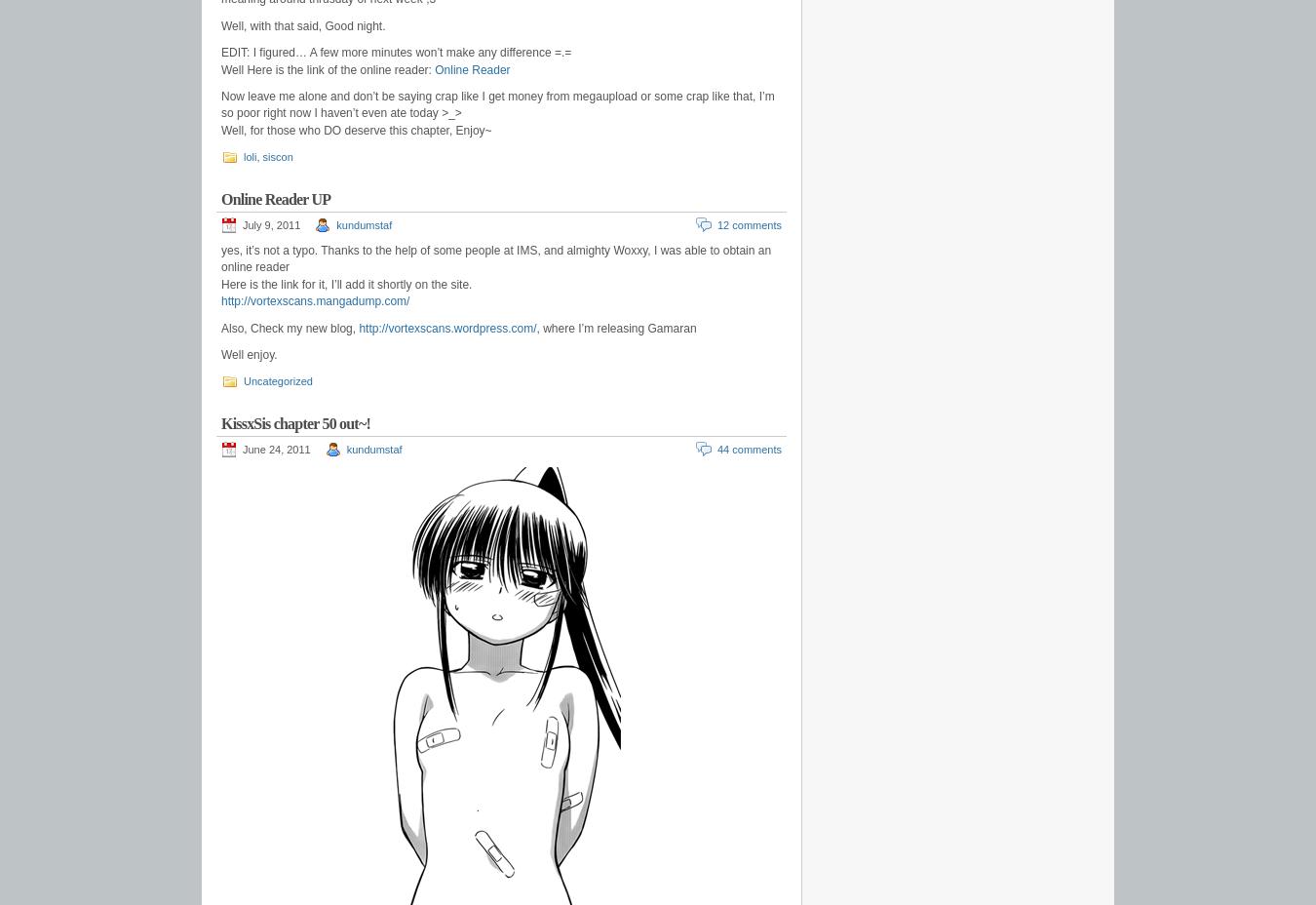  I want to click on 'Online Reader UP', so click(274, 199).